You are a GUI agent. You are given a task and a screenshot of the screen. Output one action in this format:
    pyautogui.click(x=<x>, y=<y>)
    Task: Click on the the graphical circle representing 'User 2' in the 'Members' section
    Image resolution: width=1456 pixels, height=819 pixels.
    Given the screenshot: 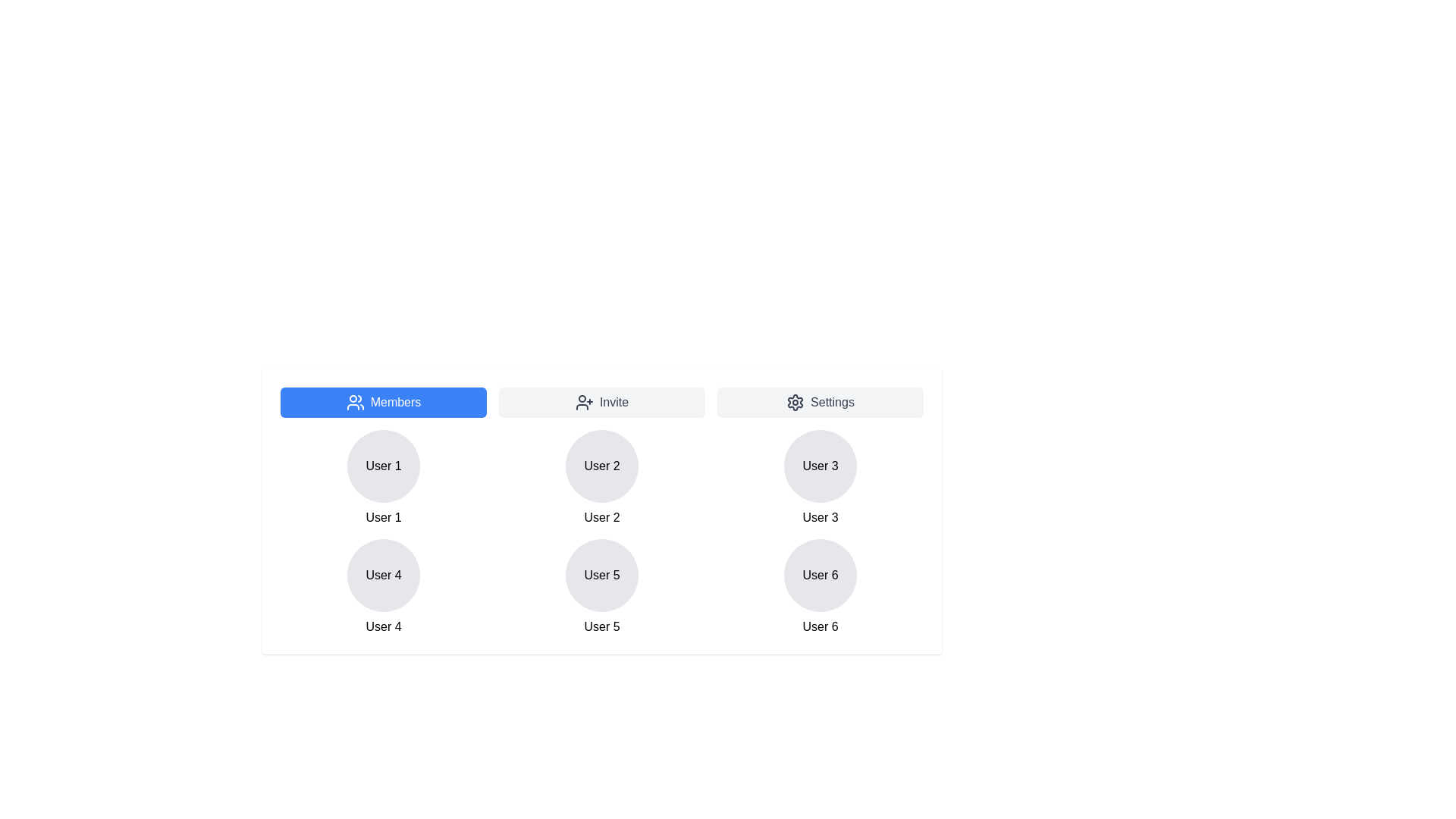 What is the action you would take?
    pyautogui.click(x=601, y=465)
    